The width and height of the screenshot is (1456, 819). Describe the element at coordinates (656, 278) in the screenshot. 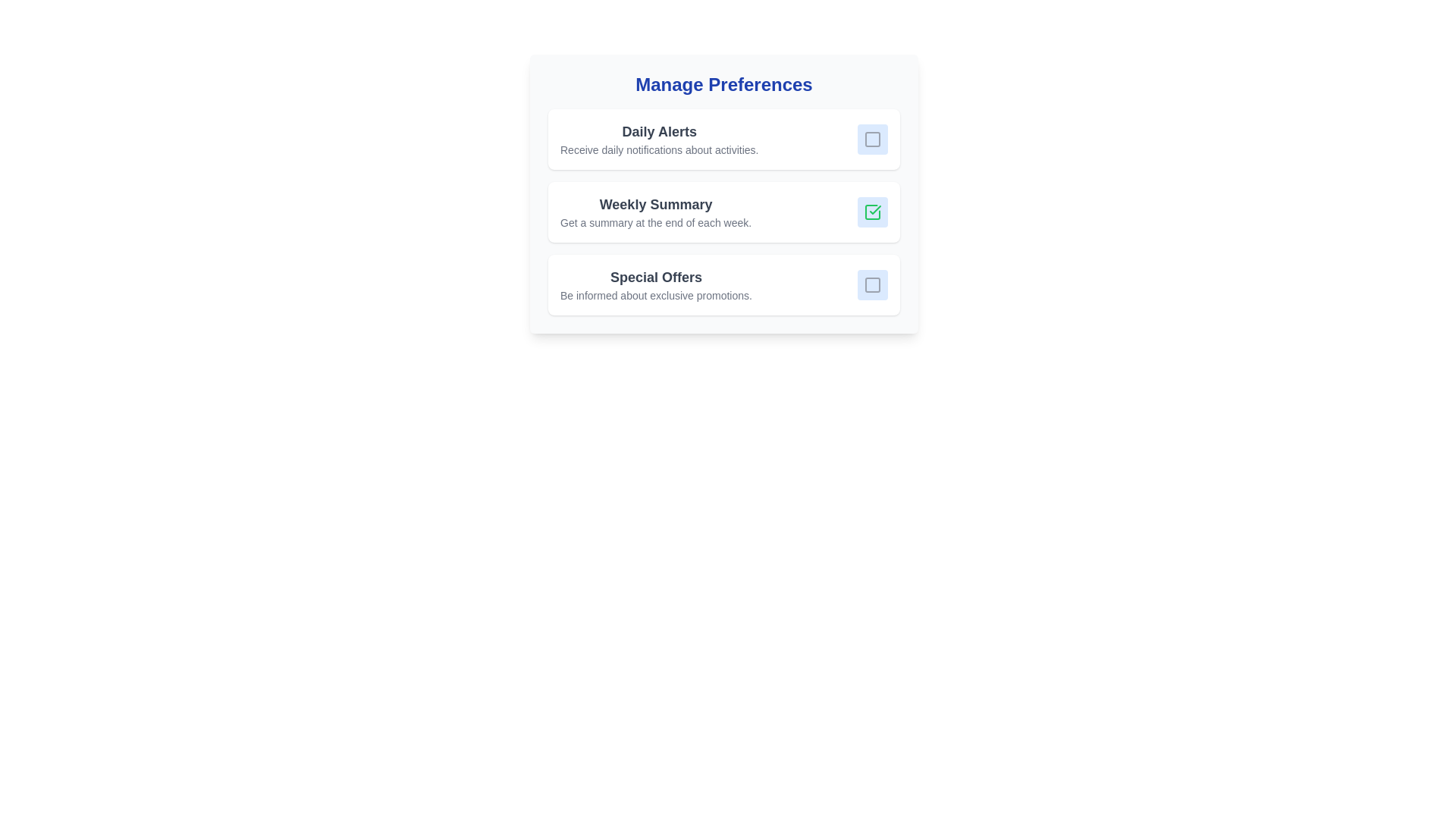

I see `the text label that serves as the title for the third preference section under 'Manage Preferences', which is the first line of a two-line entry` at that location.